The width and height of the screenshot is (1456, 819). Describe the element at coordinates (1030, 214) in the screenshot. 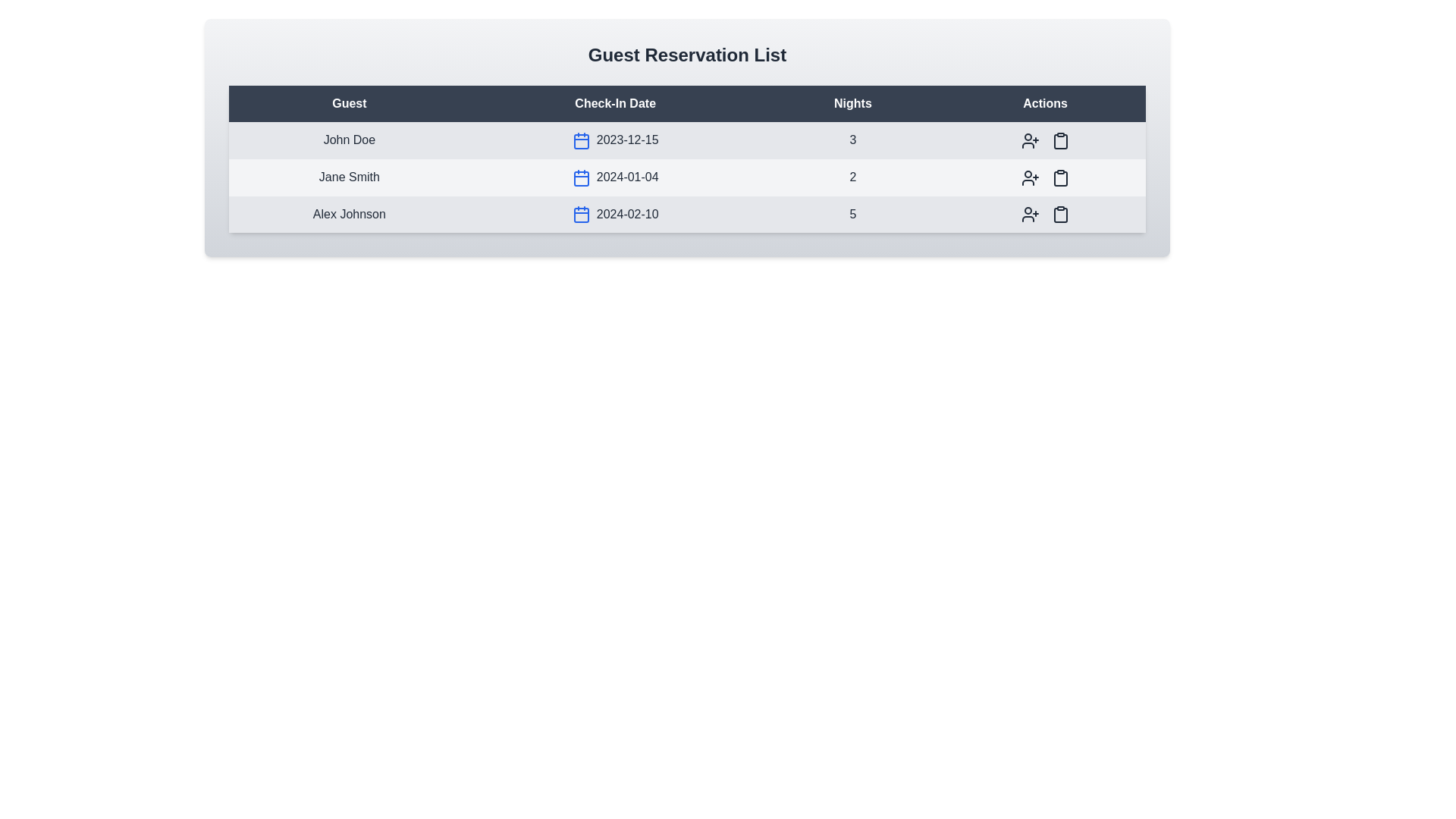

I see `the icon button in the 'Actions' column of the third row corresponding to 'Alex Johnson'` at that location.